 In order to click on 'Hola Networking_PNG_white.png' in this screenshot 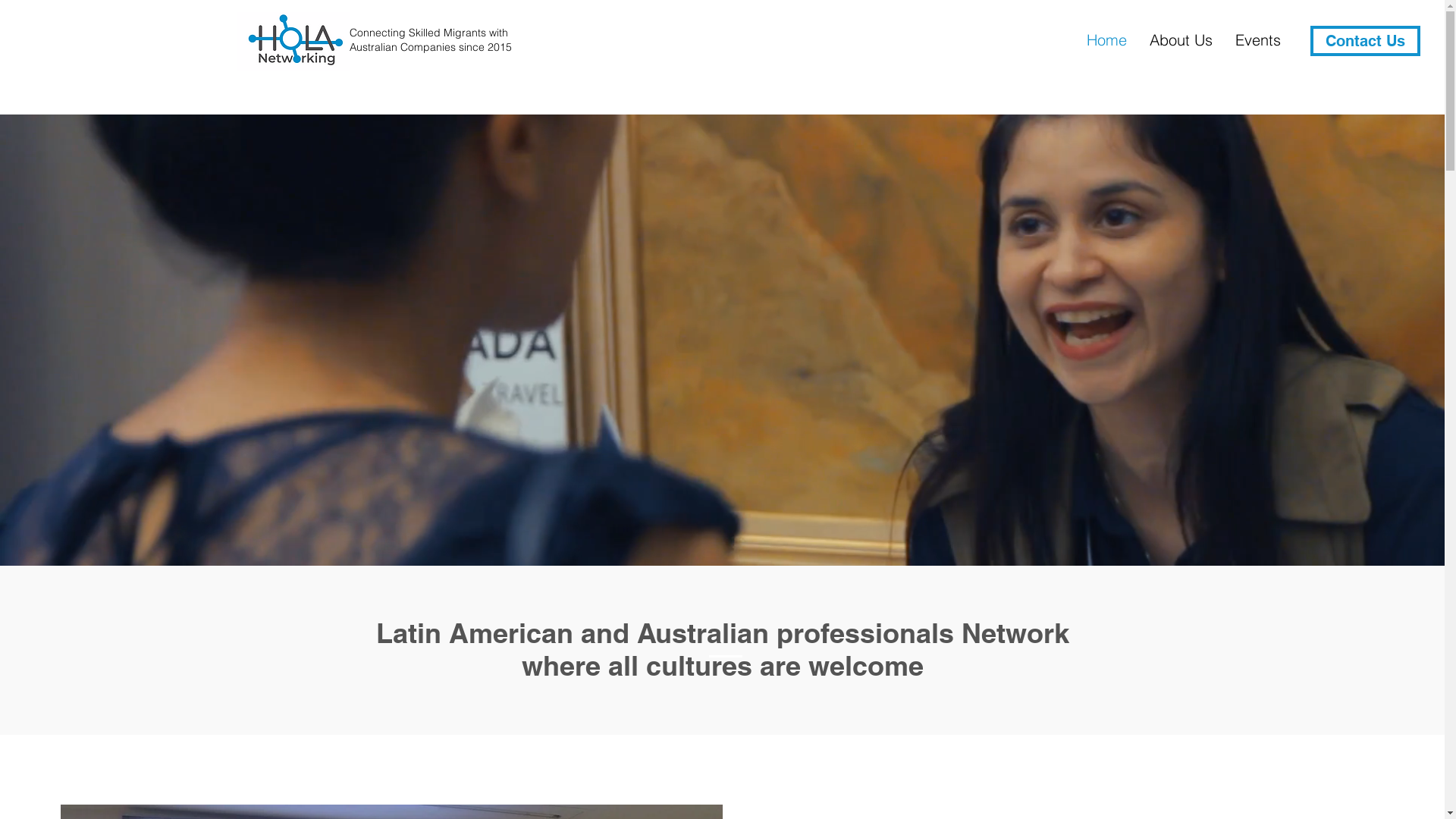, I will do `click(293, 40)`.